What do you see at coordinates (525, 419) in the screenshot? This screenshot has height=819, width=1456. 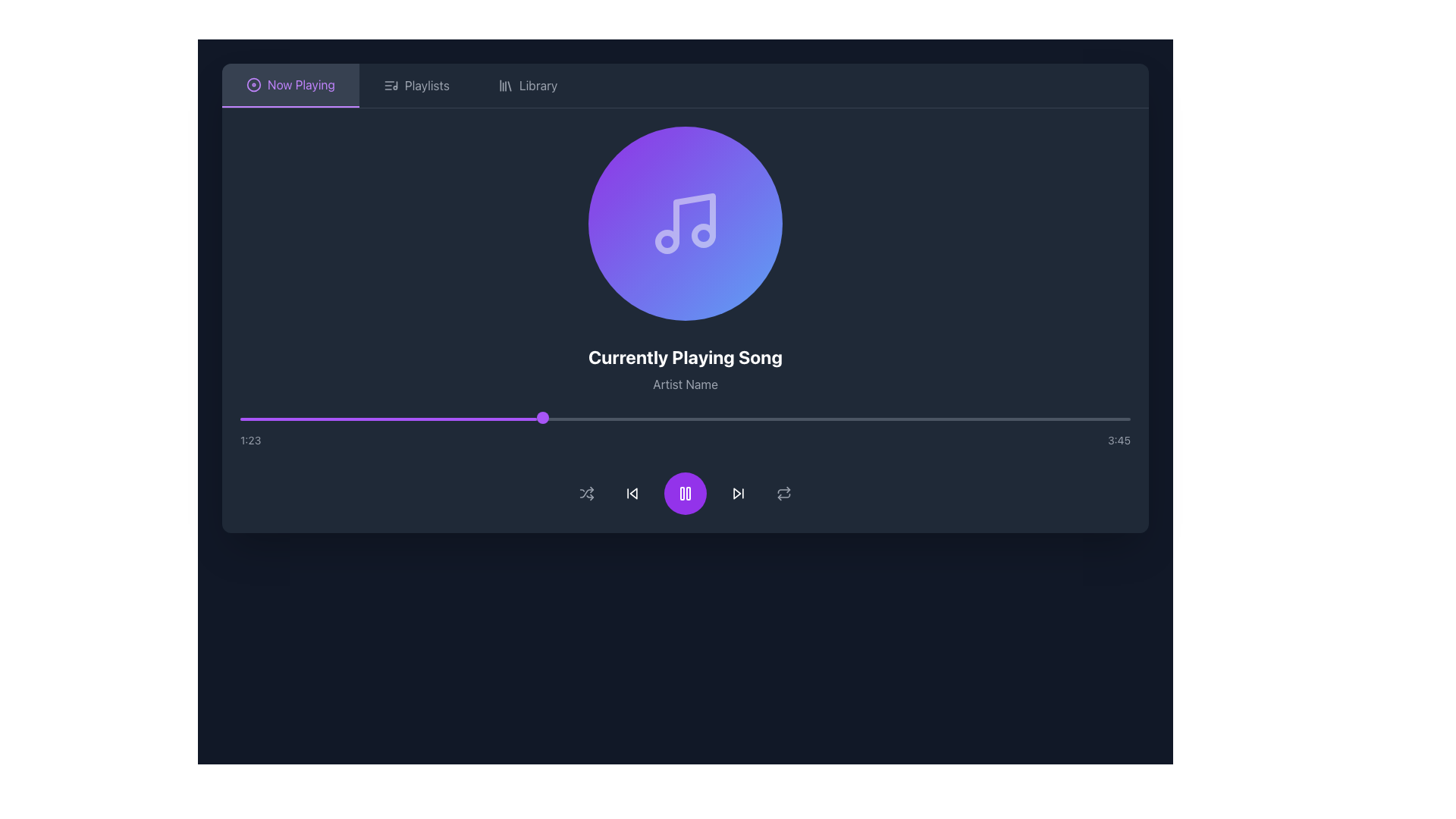 I see `the playback position` at bounding box center [525, 419].